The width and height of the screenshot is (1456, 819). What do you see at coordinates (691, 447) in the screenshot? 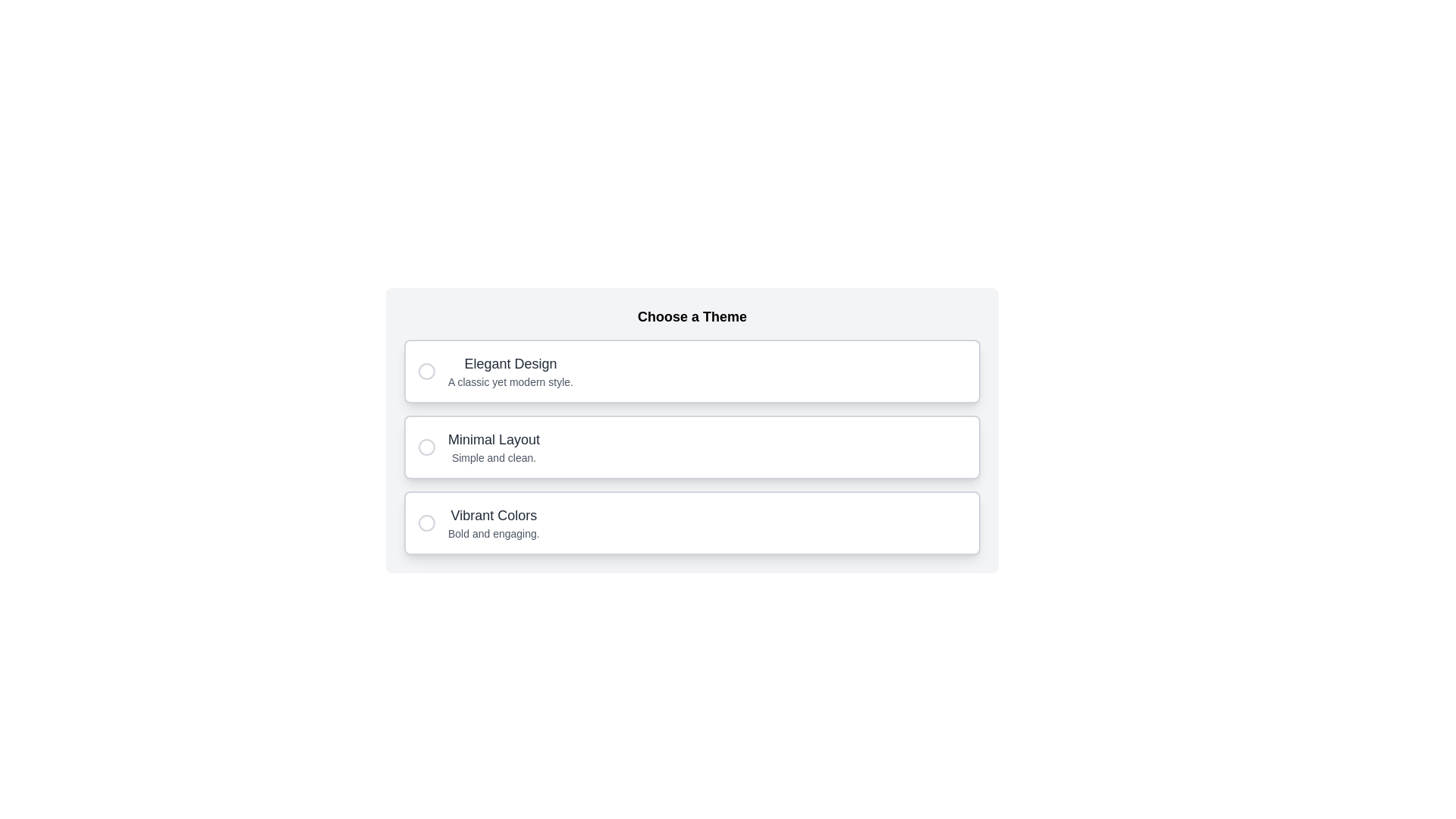
I see `the 'Minimal Layout' selectable option within the theme selection interface, which provides a simple and clean choice for users` at bounding box center [691, 447].